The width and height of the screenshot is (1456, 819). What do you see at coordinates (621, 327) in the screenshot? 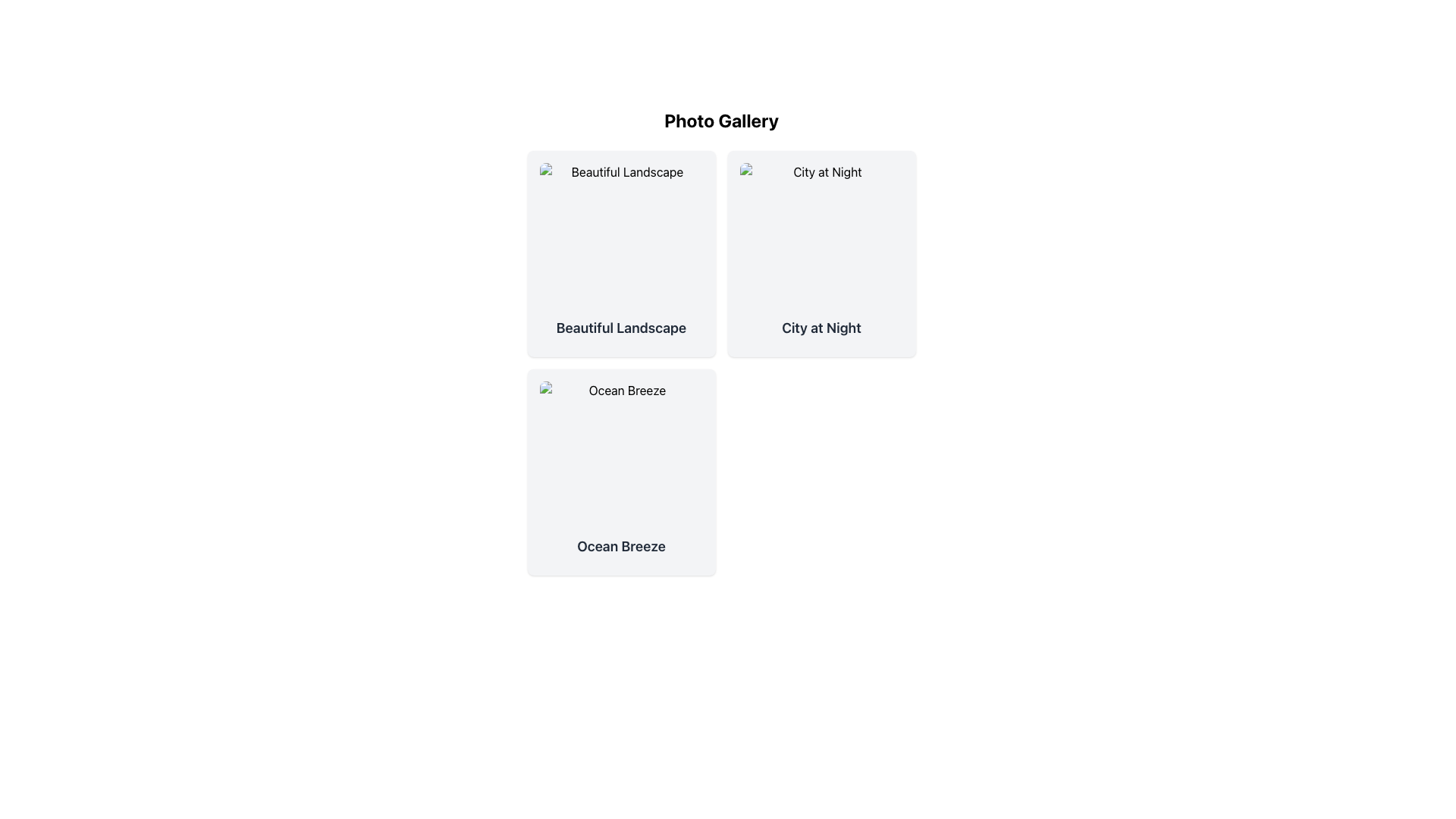
I see `the Text label that serves as a title or label describing the content in the landscape image card, located at the top-left corner of the grid layout` at bounding box center [621, 327].